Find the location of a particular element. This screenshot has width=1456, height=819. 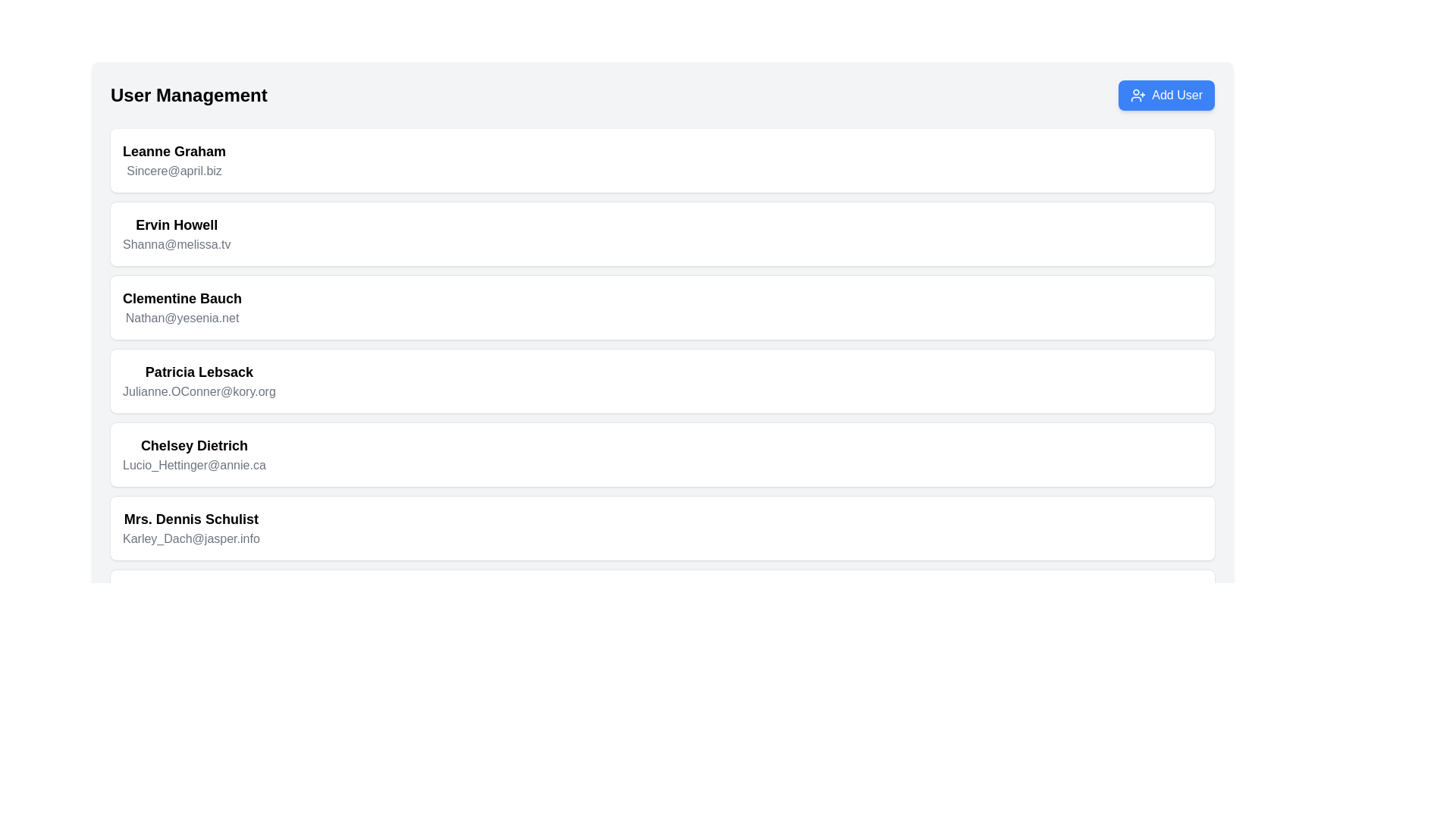

the text label displaying the email address 'Karley_Dach@jasper.info', which is styled in gray font and located below the name 'Mrs. Dennis Schulist' on the user information card is located at coordinates (190, 538).